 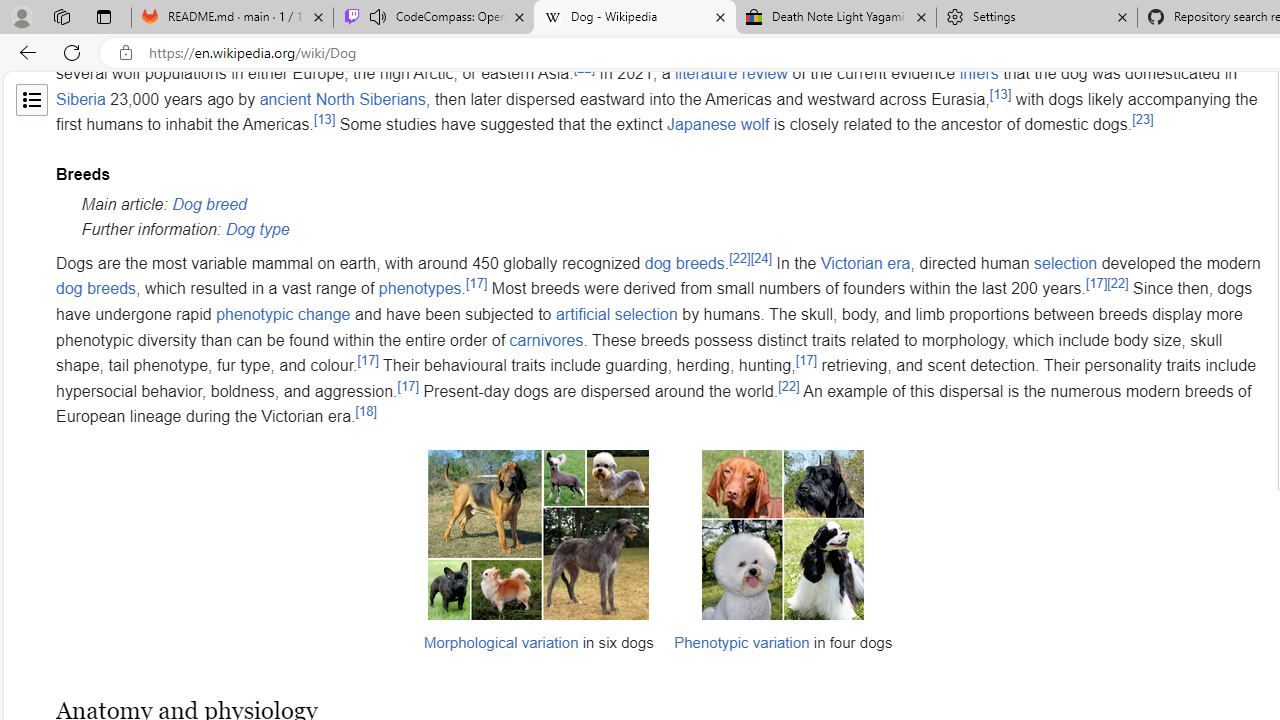 What do you see at coordinates (1143, 120) in the screenshot?
I see `'[23]'` at bounding box center [1143, 120].